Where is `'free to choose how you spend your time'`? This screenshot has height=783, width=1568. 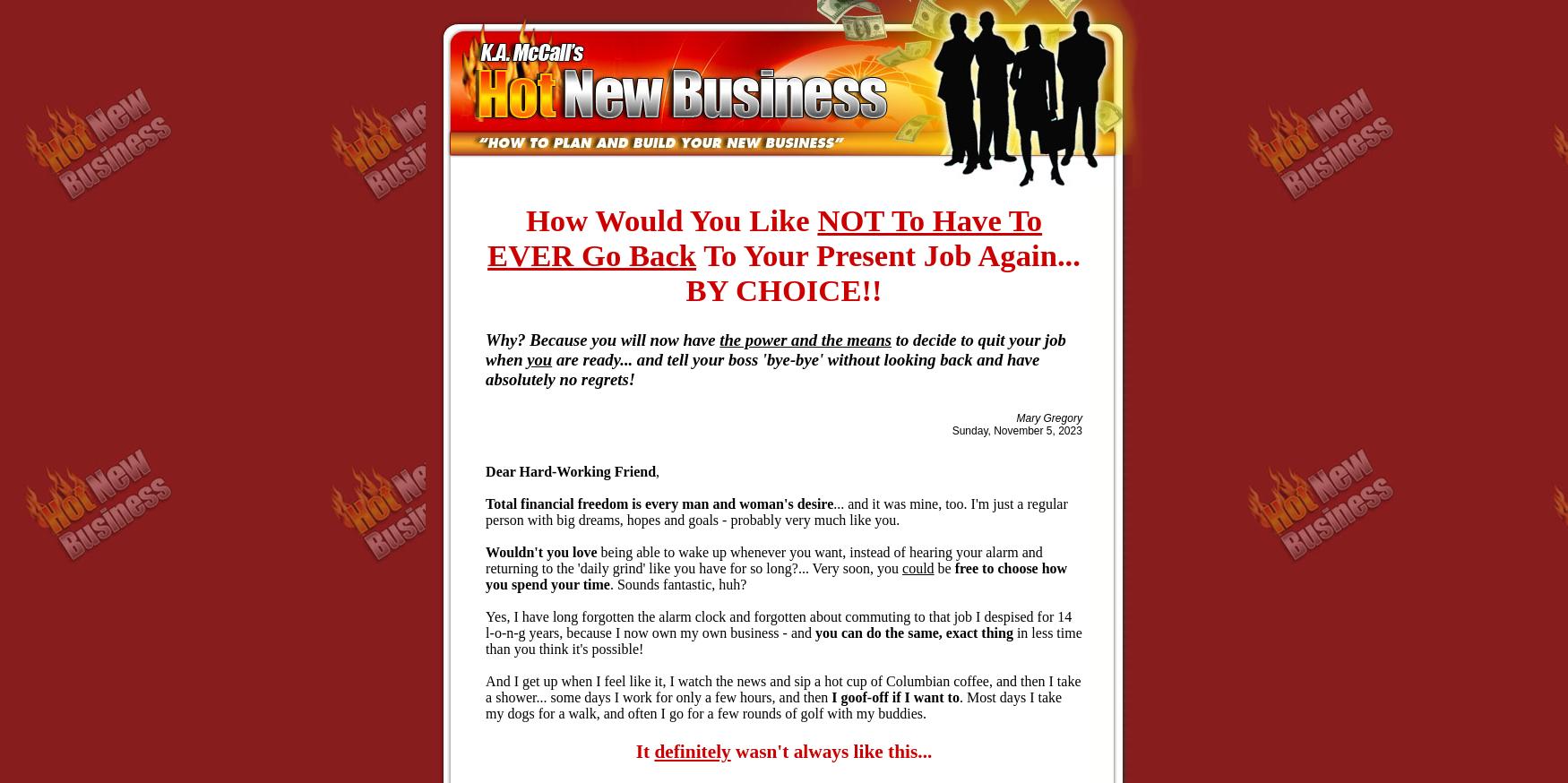
'free to choose how you spend your time' is located at coordinates (776, 574).